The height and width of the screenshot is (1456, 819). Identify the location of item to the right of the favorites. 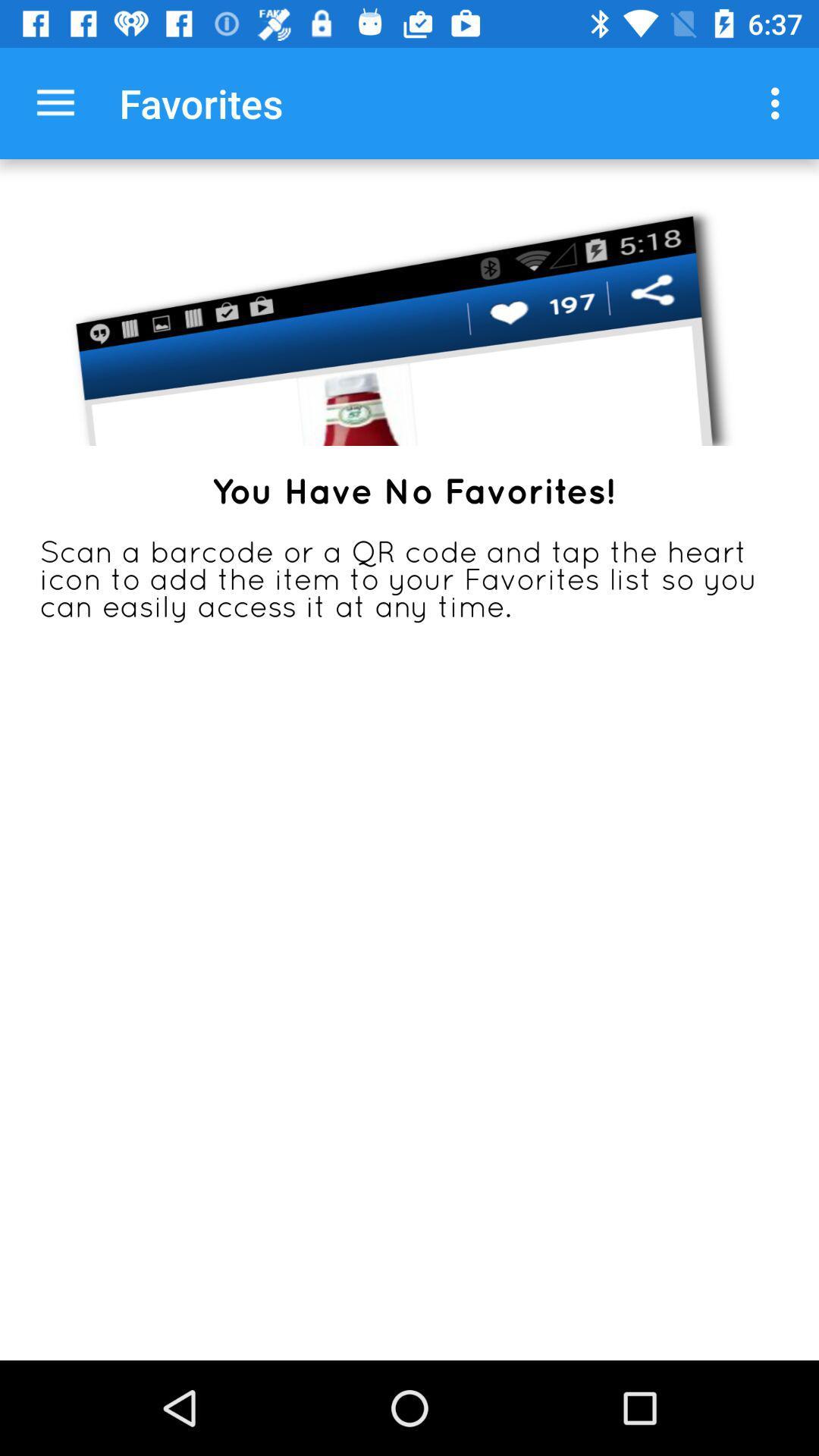
(779, 102).